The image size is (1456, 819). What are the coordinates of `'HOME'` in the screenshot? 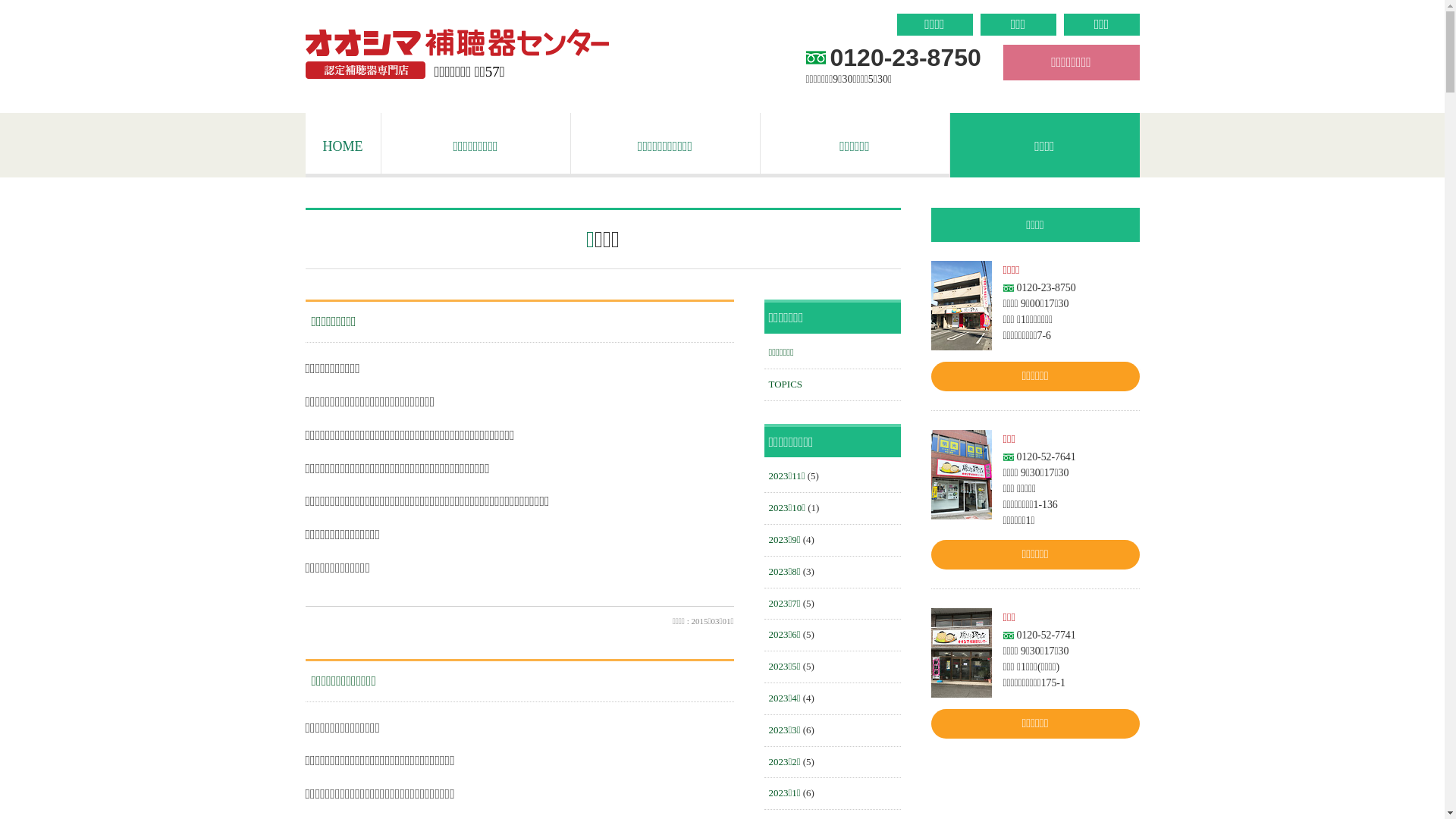 It's located at (341, 145).